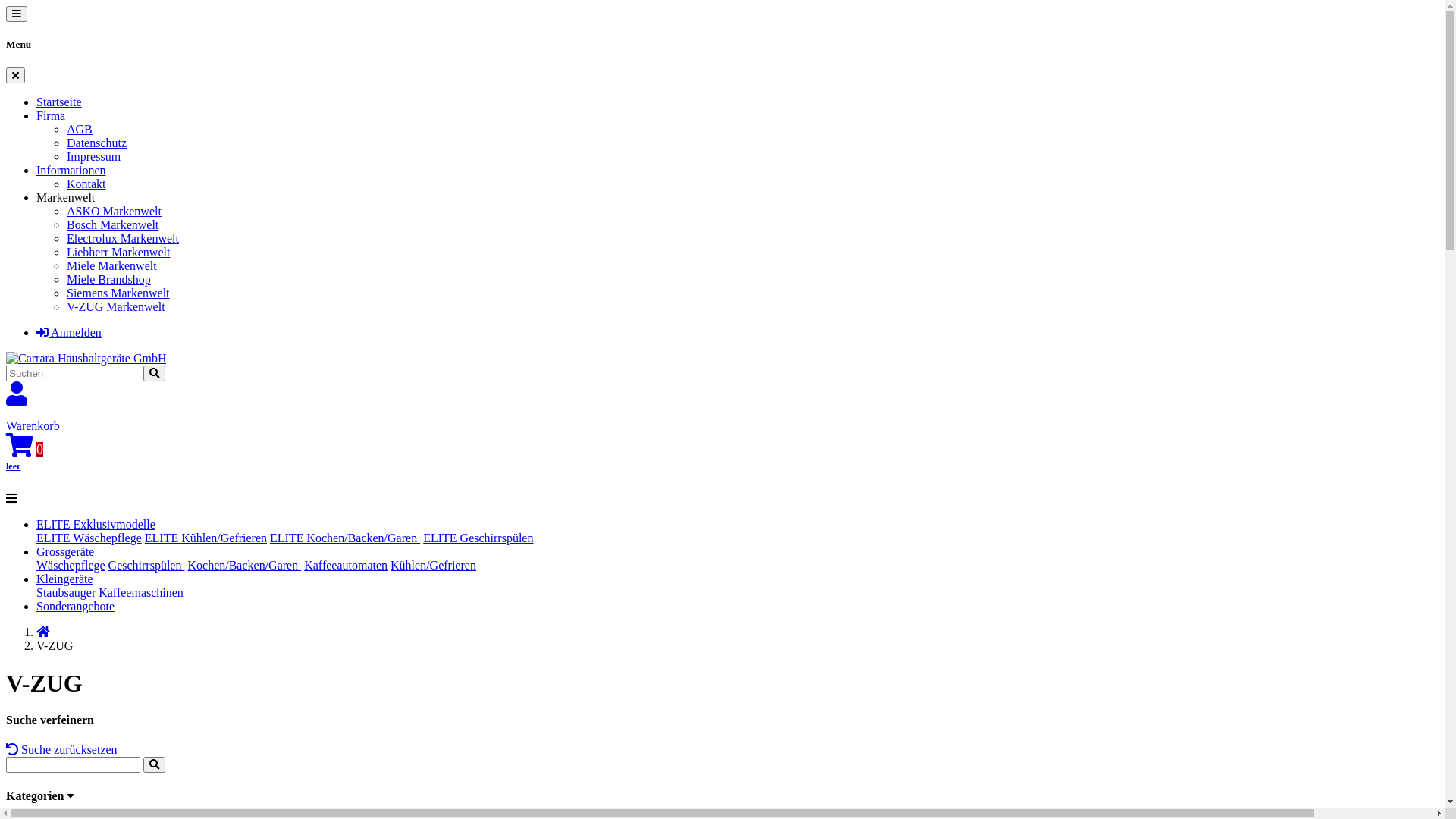 This screenshot has height=819, width=1456. Describe the element at coordinates (95, 523) in the screenshot. I see `'ELITE Exklusivmodelle'` at that location.